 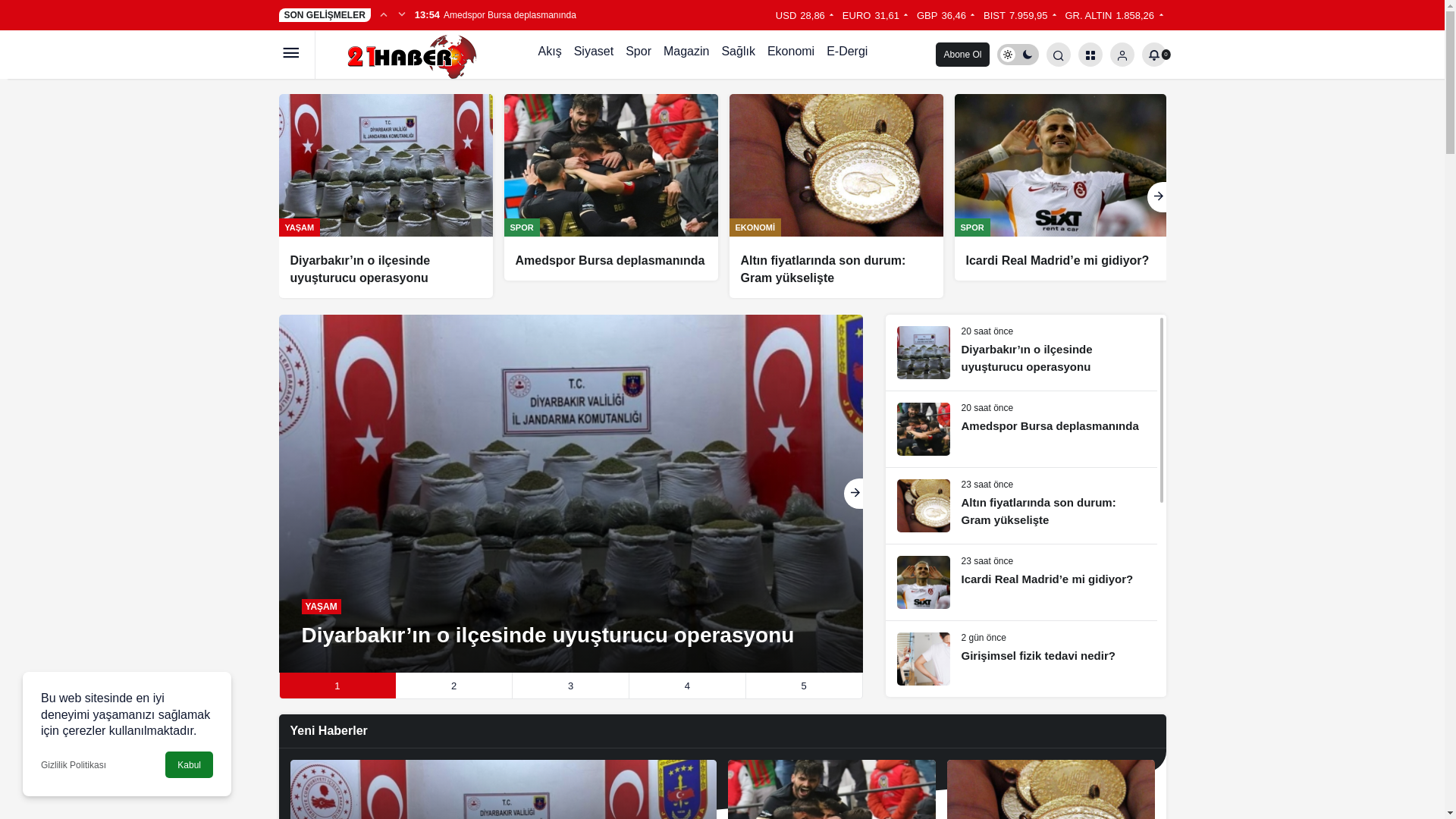 I want to click on '1', so click(x=336, y=686).